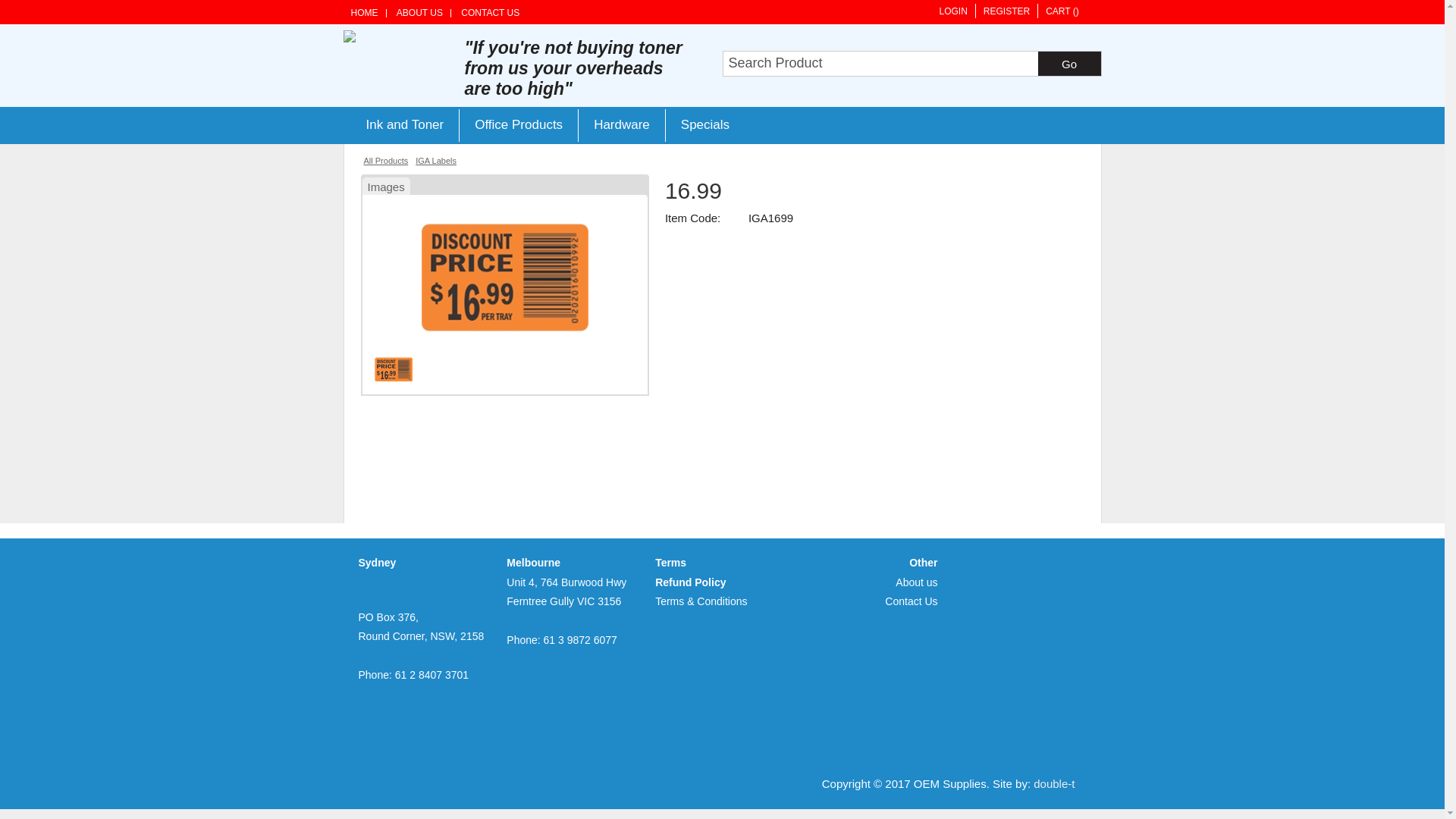  I want to click on 'HOME', so click(349, 13).